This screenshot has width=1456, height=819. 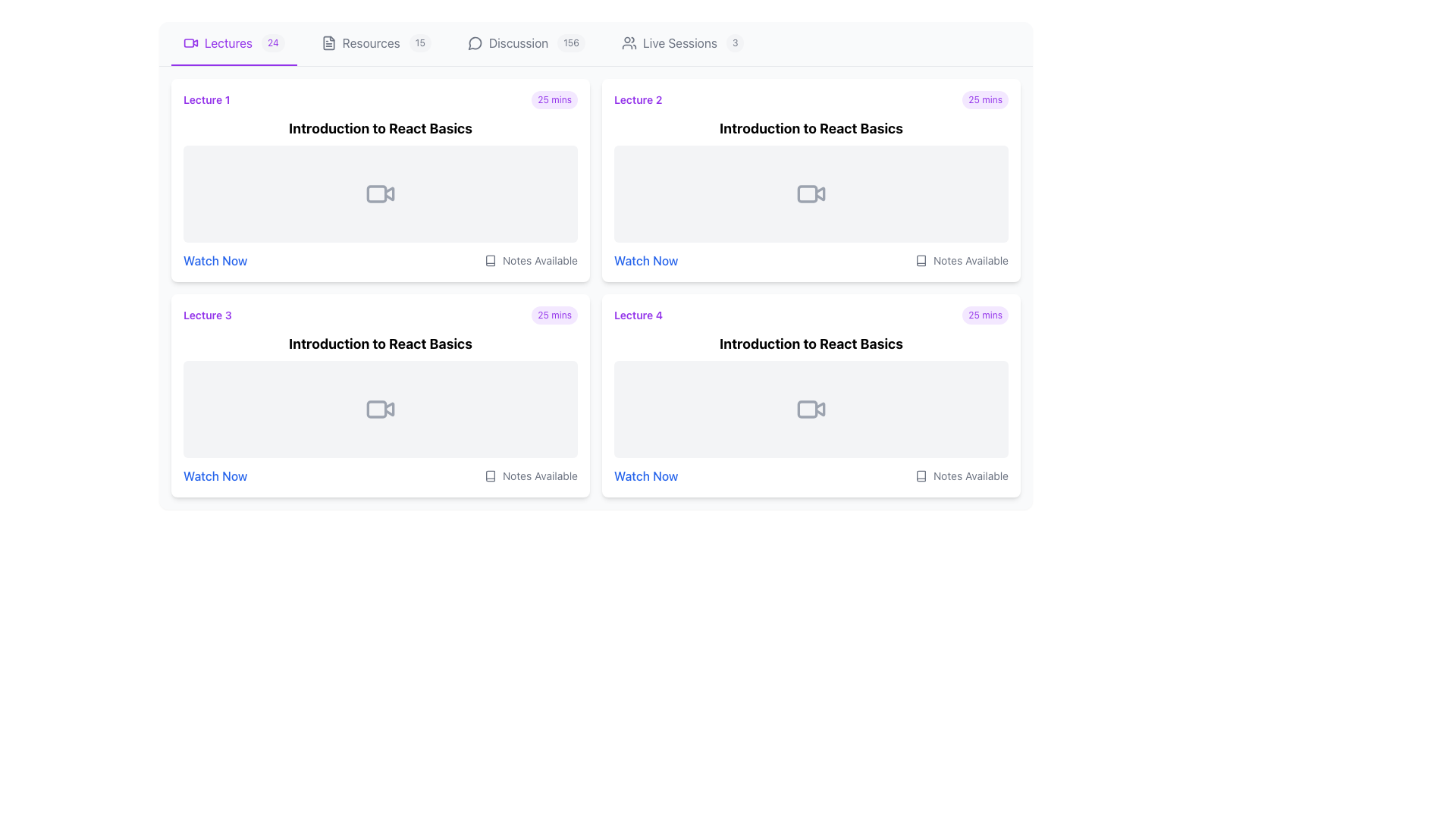 What do you see at coordinates (811, 193) in the screenshot?
I see `the video camera icon with a gray outline located inside the second lecture's card in the top-right quadrant of the displayed grid` at bounding box center [811, 193].